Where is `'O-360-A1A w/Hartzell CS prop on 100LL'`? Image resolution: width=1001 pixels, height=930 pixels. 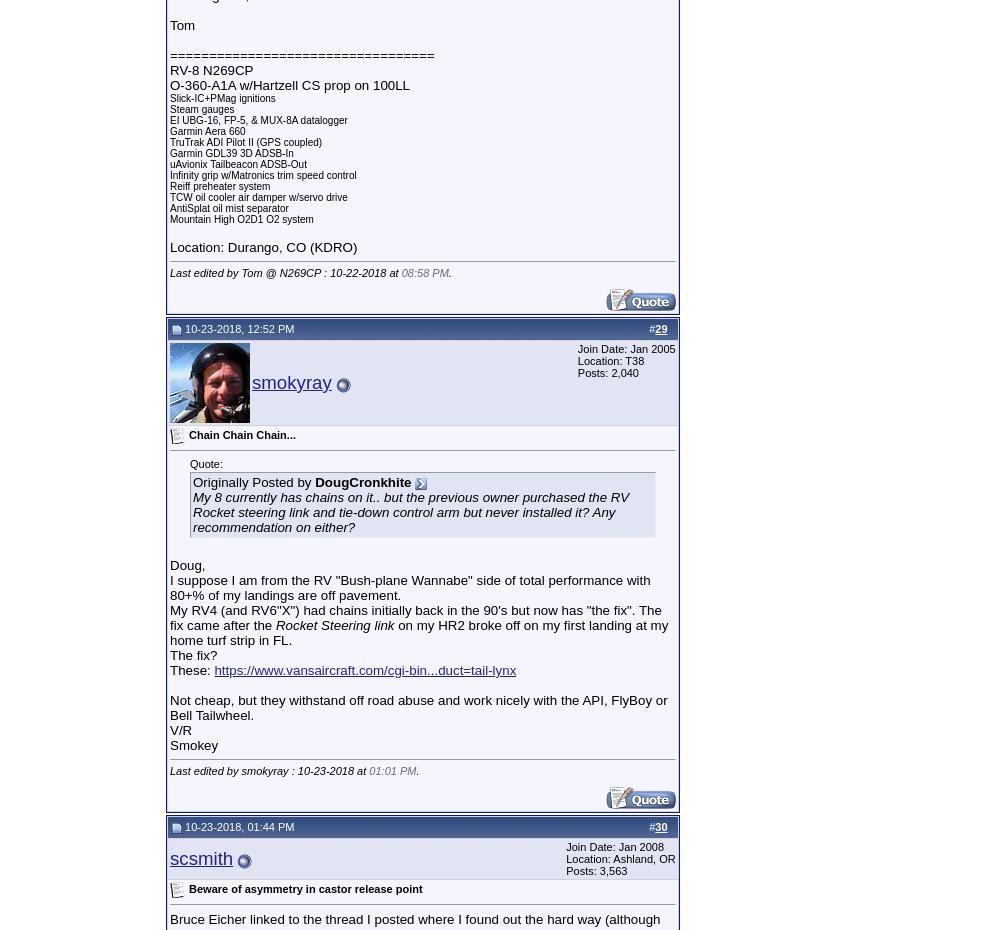
'O-360-A1A w/Hartzell CS prop on 100LL' is located at coordinates (169, 85).